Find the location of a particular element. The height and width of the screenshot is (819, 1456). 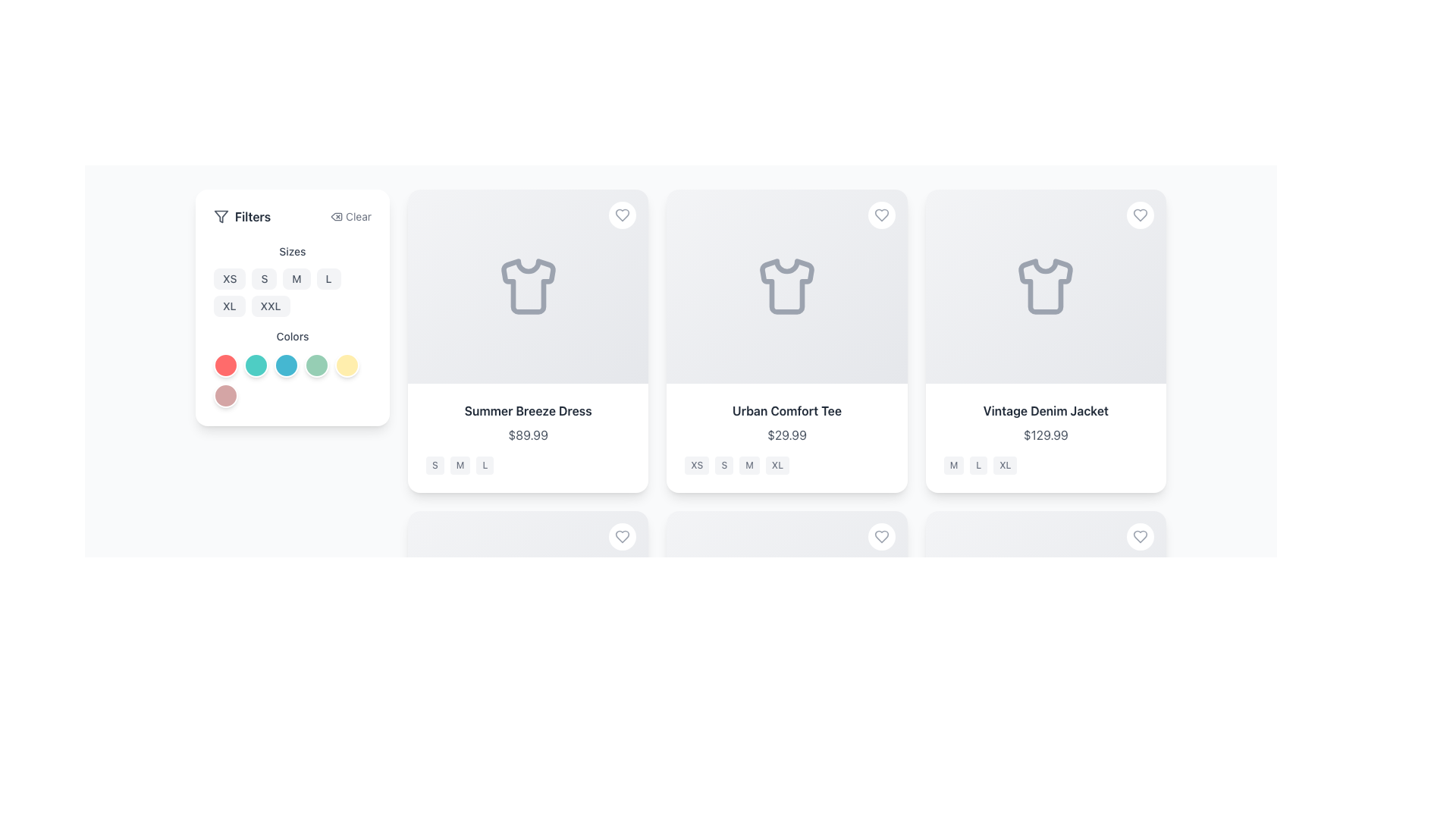

the left side of the trashcan's body in the delete icon located in the top-right section of the filter panel is located at coordinates (336, 216).